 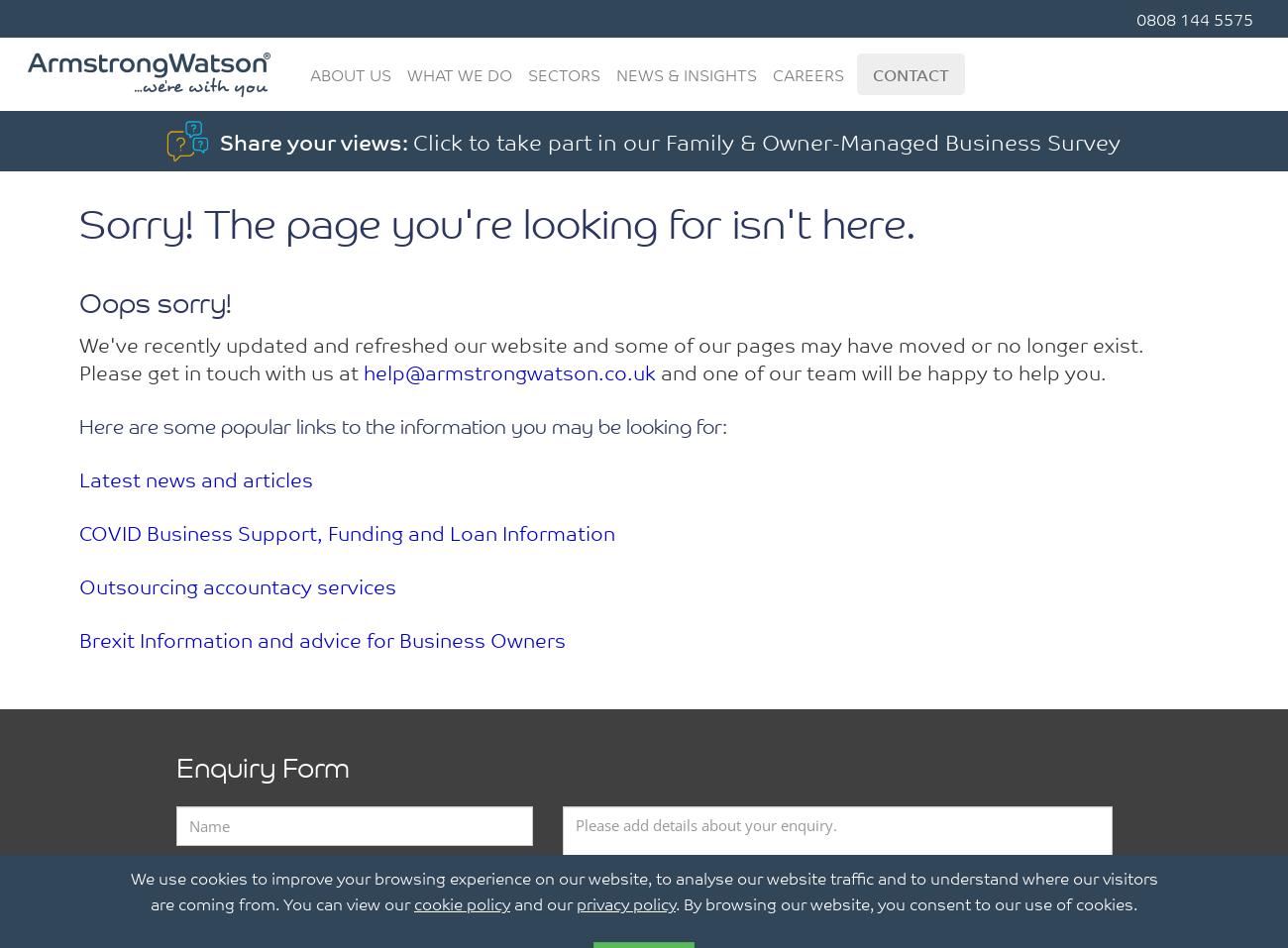 What do you see at coordinates (322, 637) in the screenshot?
I see `'Brexit Information and advice for Business Owners'` at bounding box center [322, 637].